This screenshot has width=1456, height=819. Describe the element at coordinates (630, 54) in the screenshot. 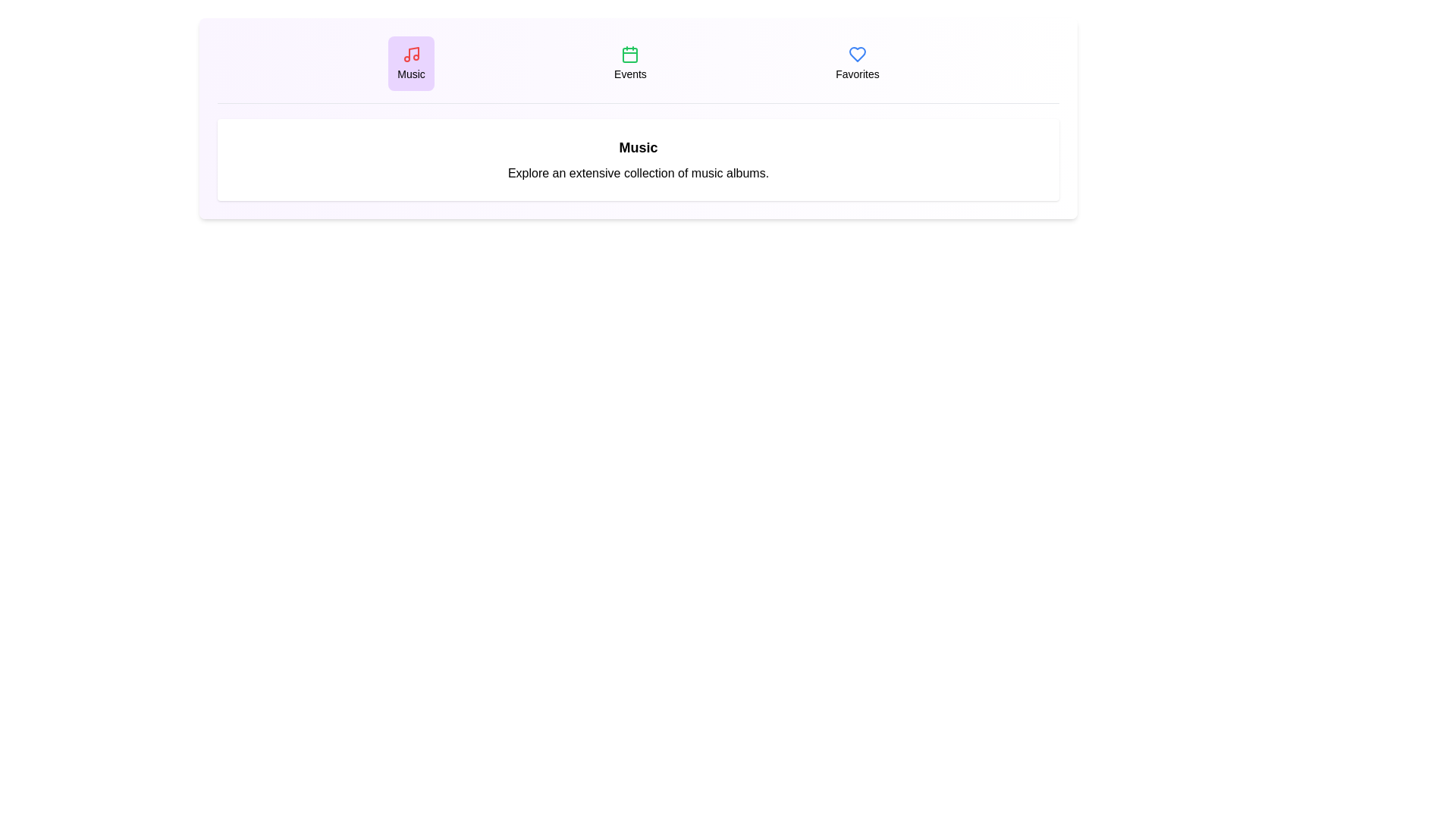

I see `the icon for the Events tab` at that location.